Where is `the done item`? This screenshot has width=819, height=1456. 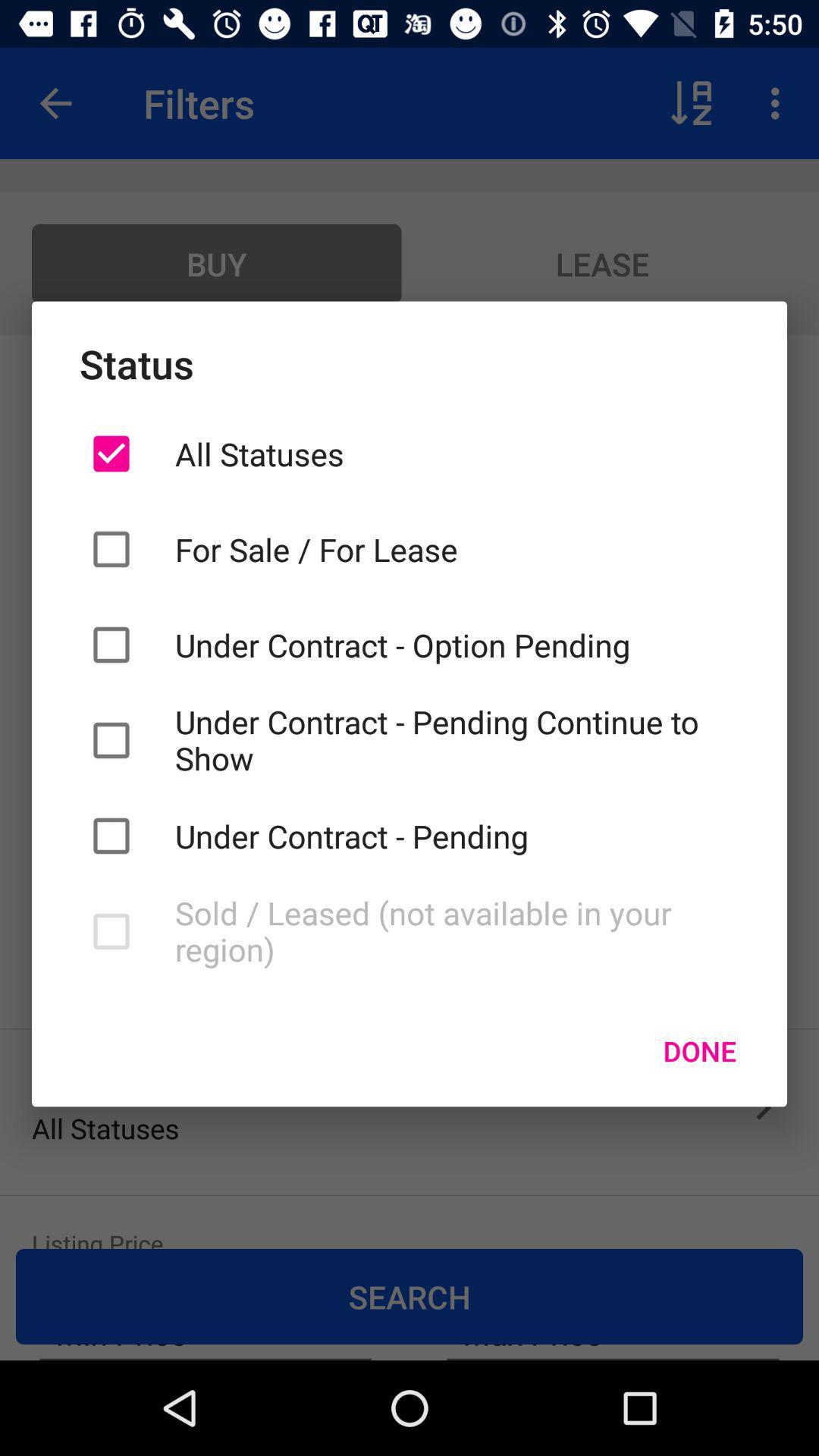
the done item is located at coordinates (699, 1050).